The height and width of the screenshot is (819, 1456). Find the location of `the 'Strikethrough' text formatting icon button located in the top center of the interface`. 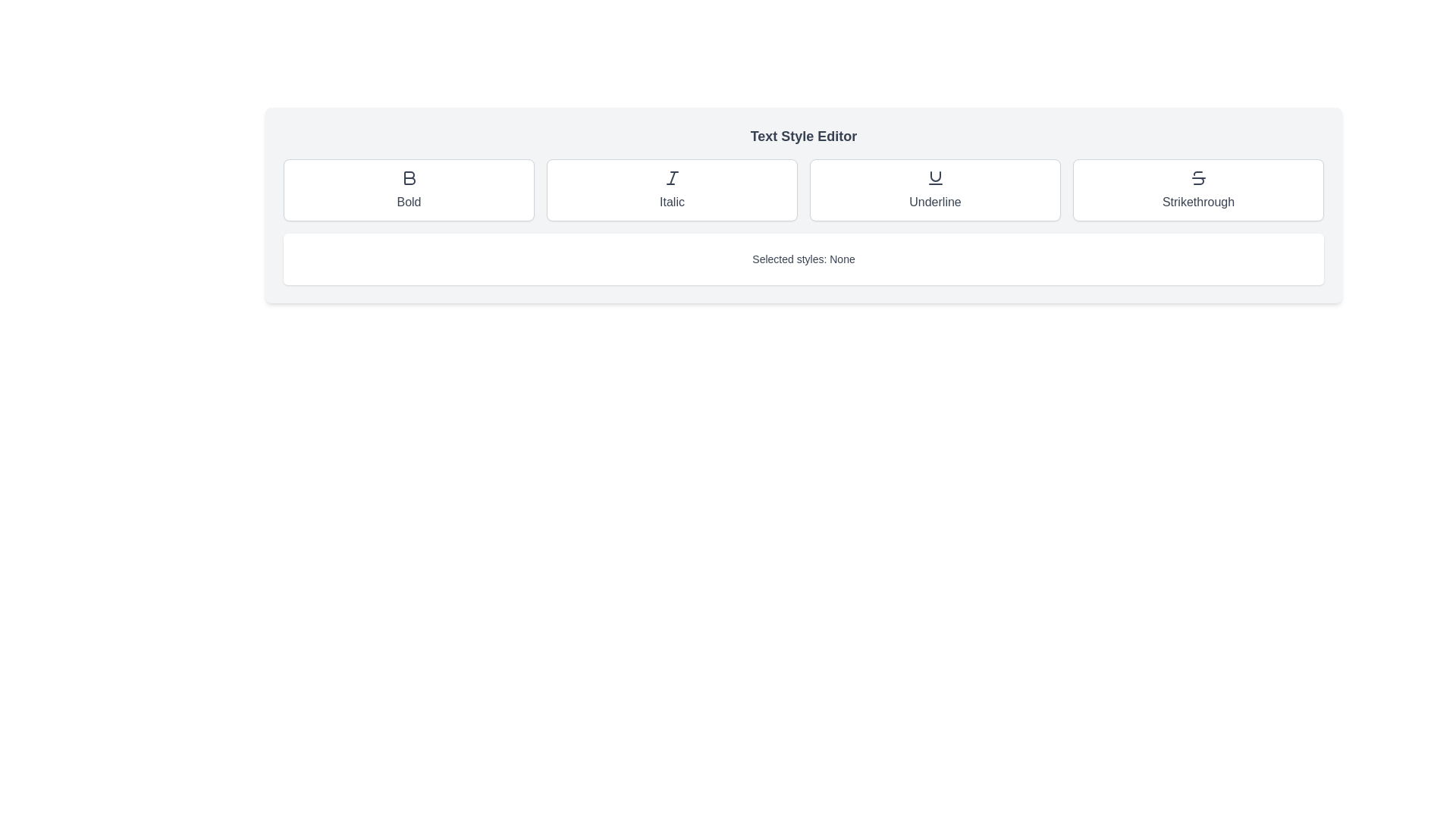

the 'Strikethrough' text formatting icon button located in the top center of the interface is located at coordinates (1197, 177).